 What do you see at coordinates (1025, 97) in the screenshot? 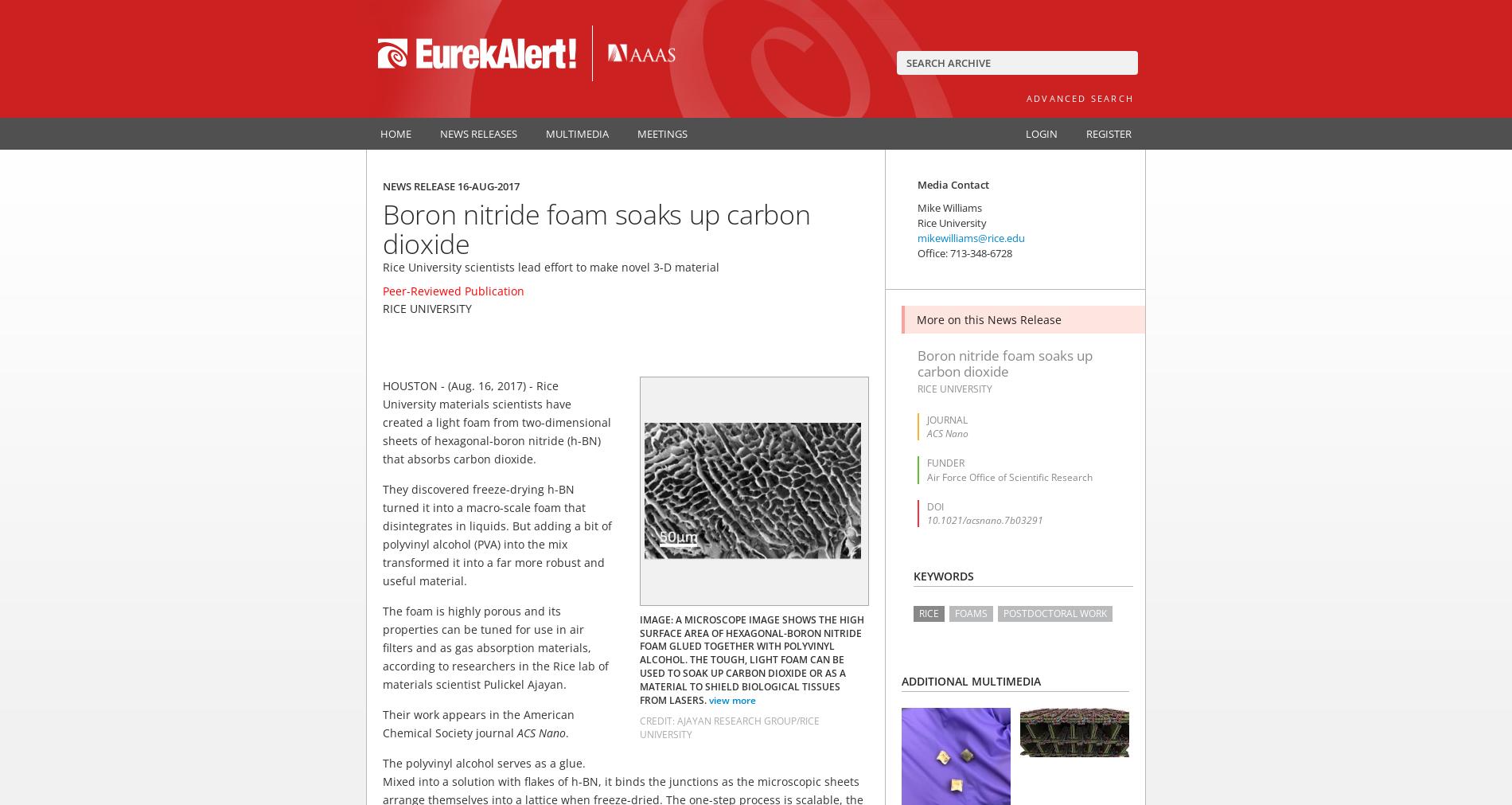
I see `'Advanced Search'` at bounding box center [1025, 97].